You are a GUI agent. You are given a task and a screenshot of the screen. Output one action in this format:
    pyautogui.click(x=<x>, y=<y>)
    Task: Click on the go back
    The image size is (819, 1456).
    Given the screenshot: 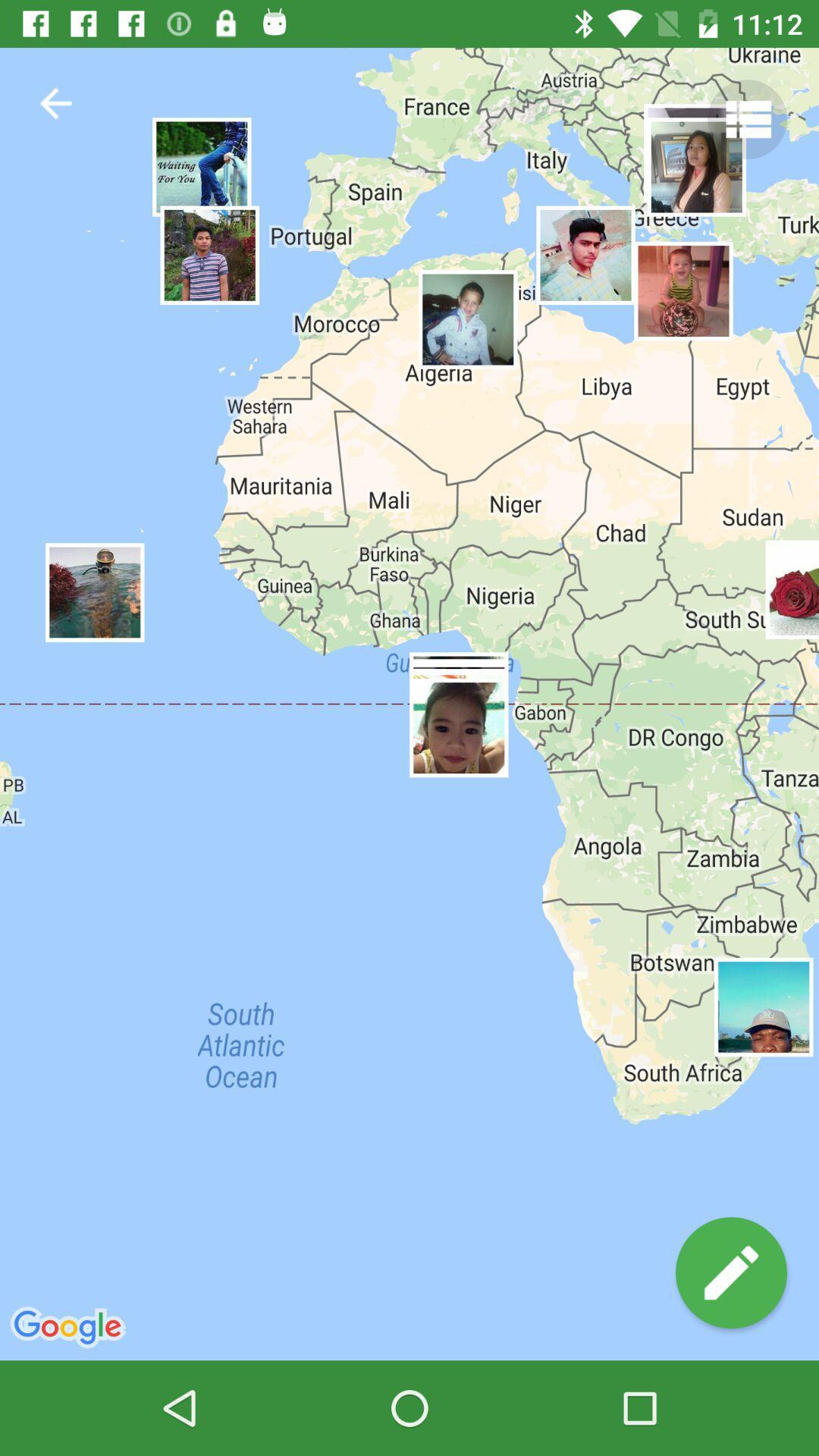 What is the action you would take?
    pyautogui.click(x=55, y=102)
    